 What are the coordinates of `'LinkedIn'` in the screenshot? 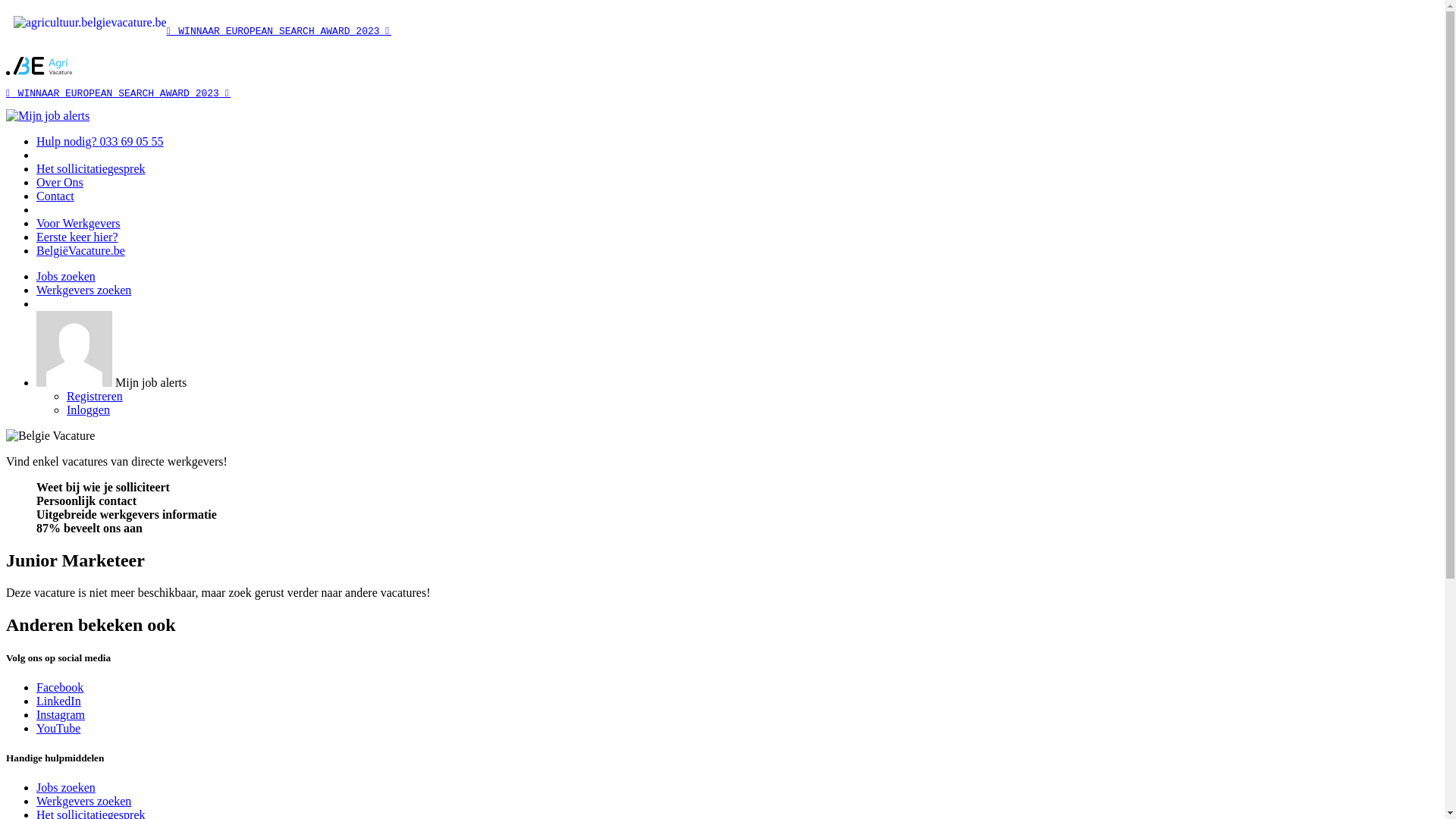 It's located at (58, 701).